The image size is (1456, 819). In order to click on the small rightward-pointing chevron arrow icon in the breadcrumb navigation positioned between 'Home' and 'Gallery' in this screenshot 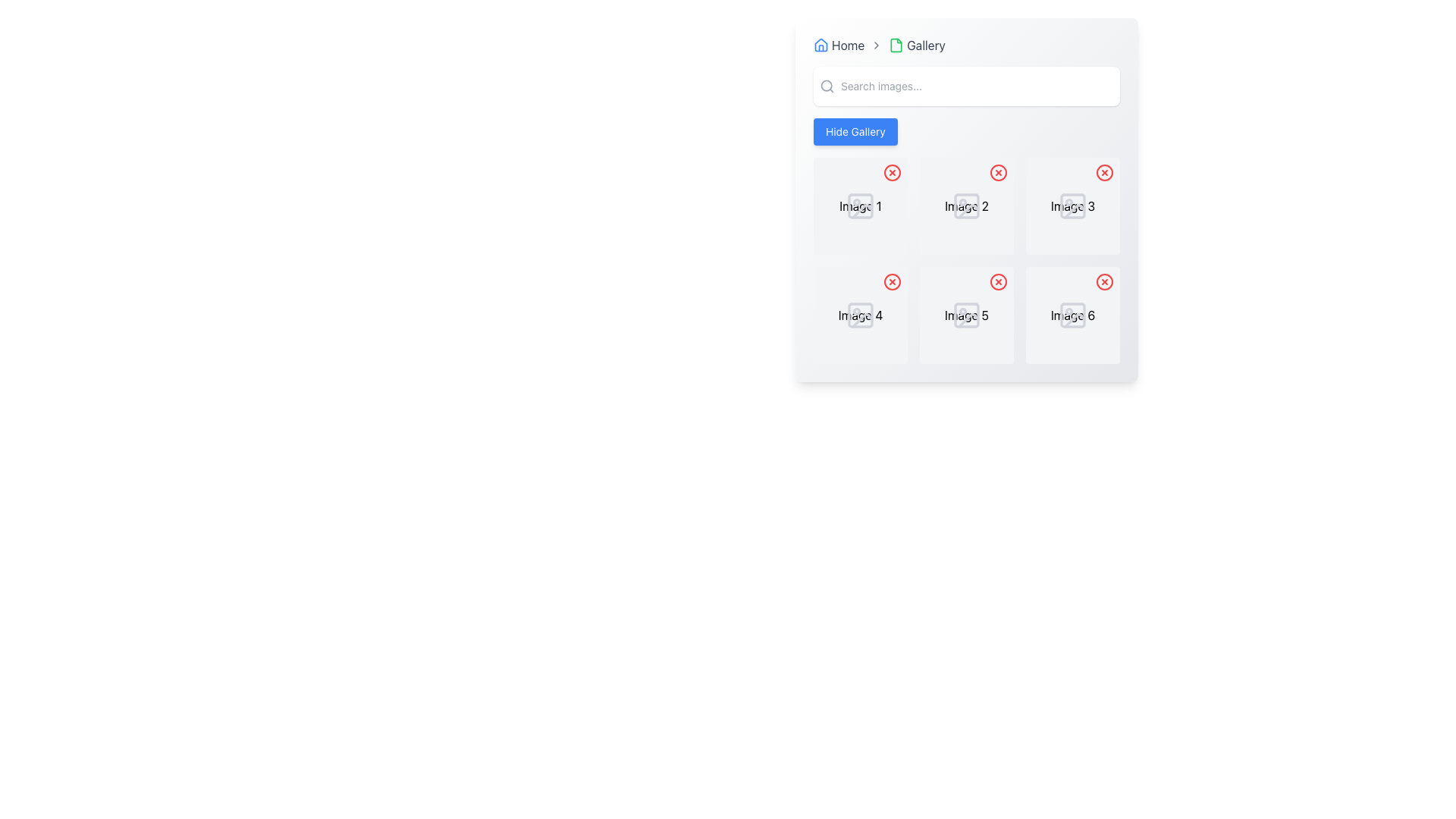, I will do `click(877, 45)`.